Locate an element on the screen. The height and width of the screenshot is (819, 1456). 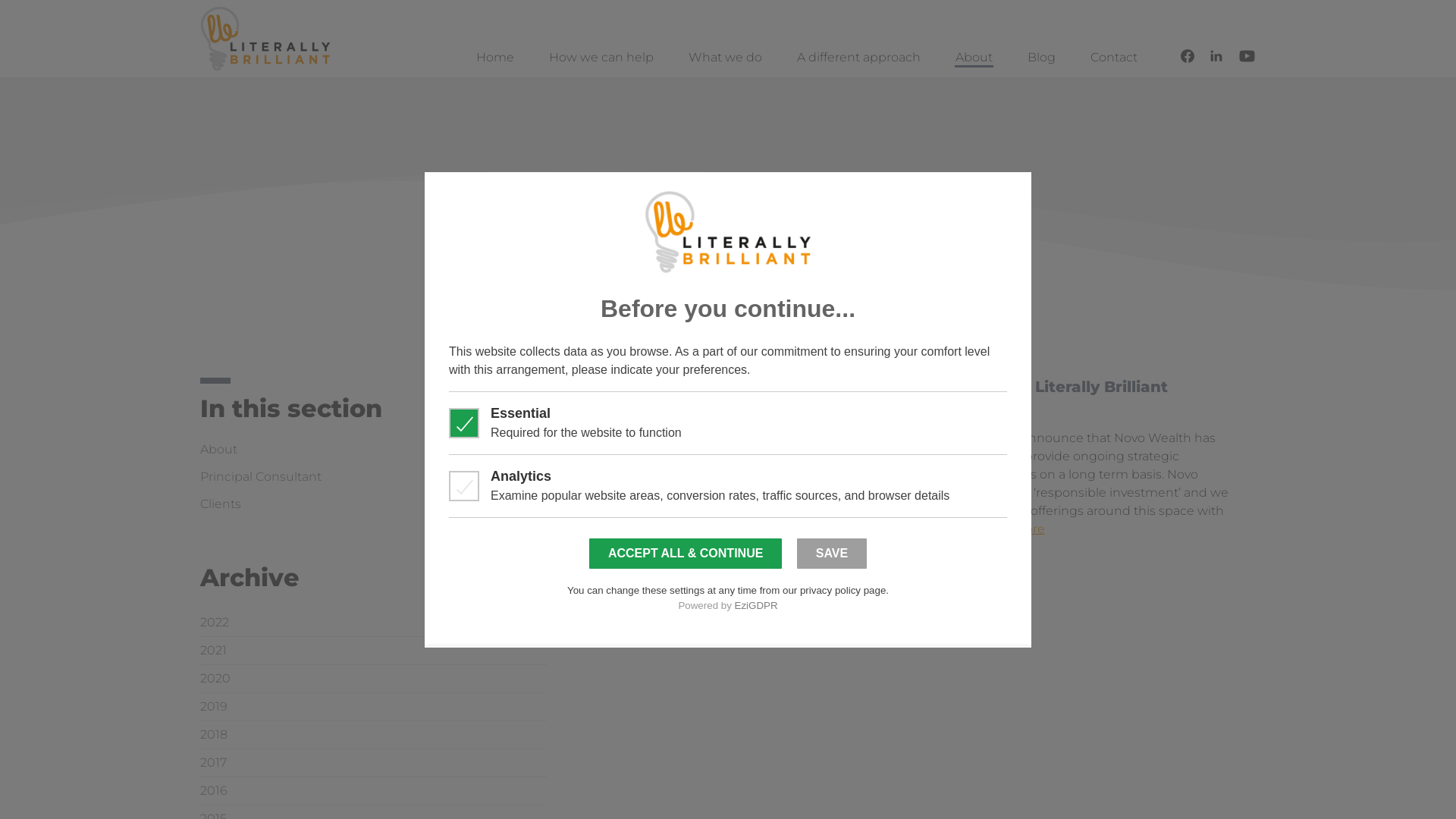
'Principal Consultant' is located at coordinates (261, 475).